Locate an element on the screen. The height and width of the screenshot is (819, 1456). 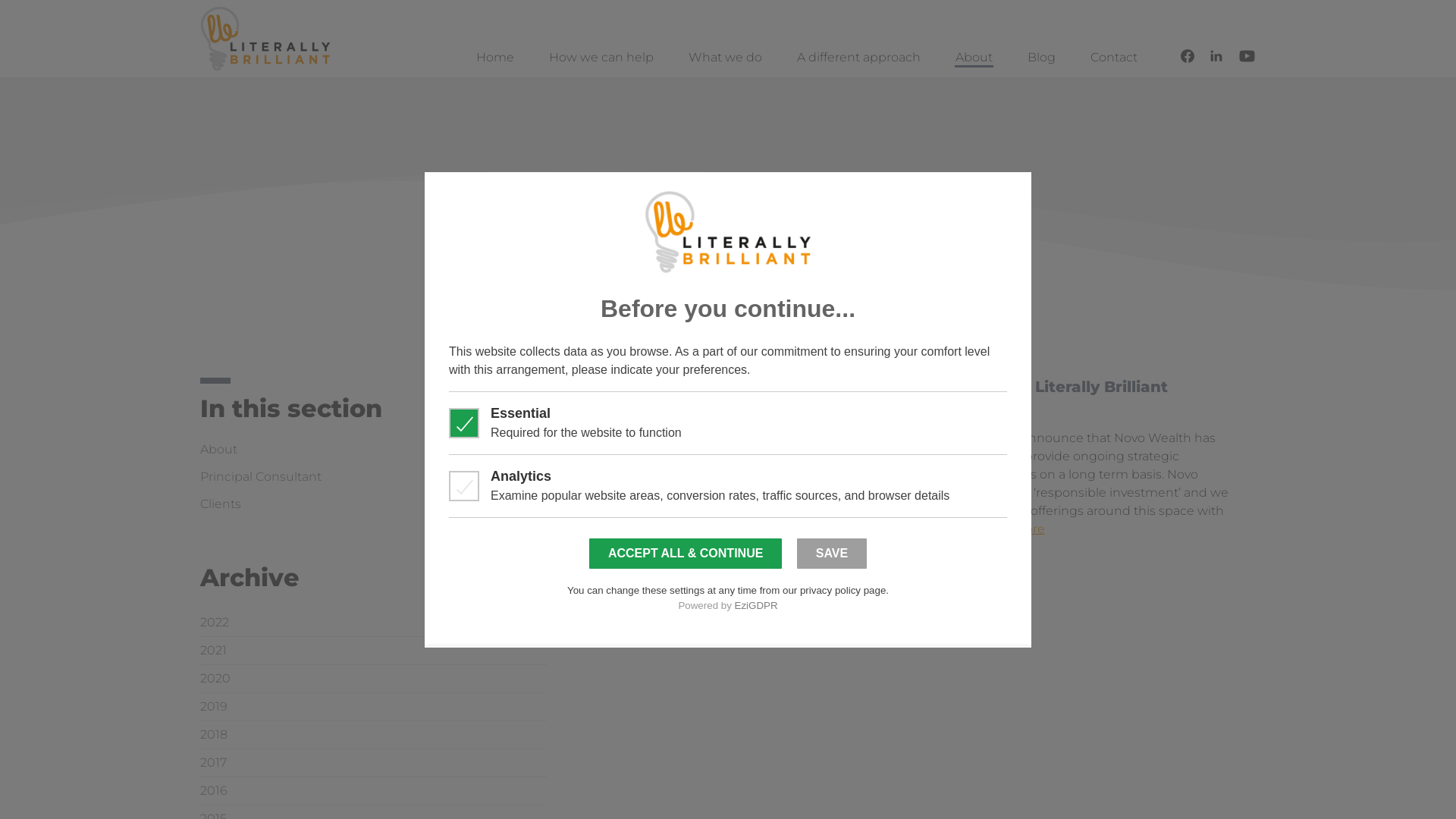
'Principal Consultant' is located at coordinates (261, 475).